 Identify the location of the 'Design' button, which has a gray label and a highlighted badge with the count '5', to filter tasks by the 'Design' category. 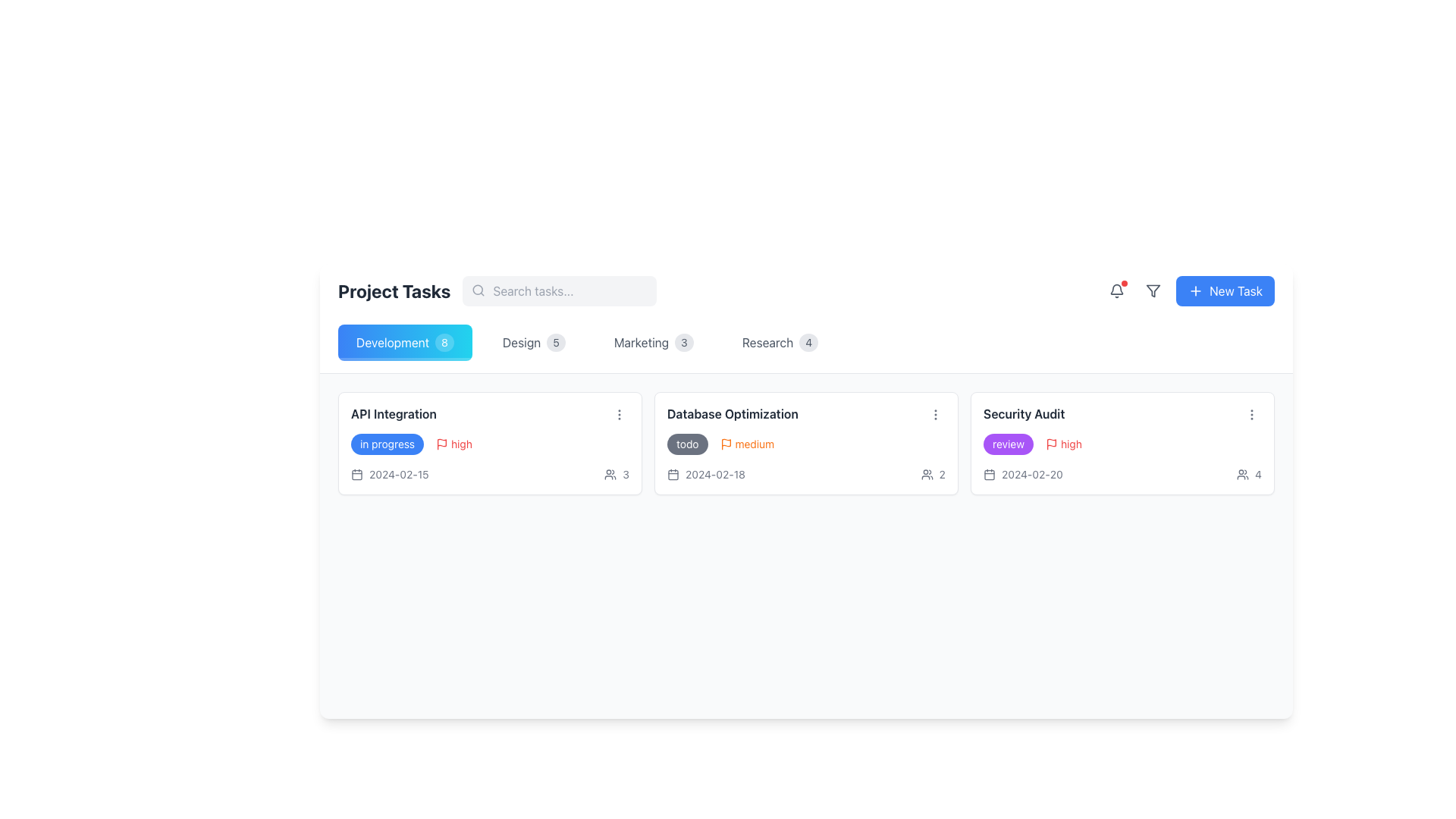
(534, 342).